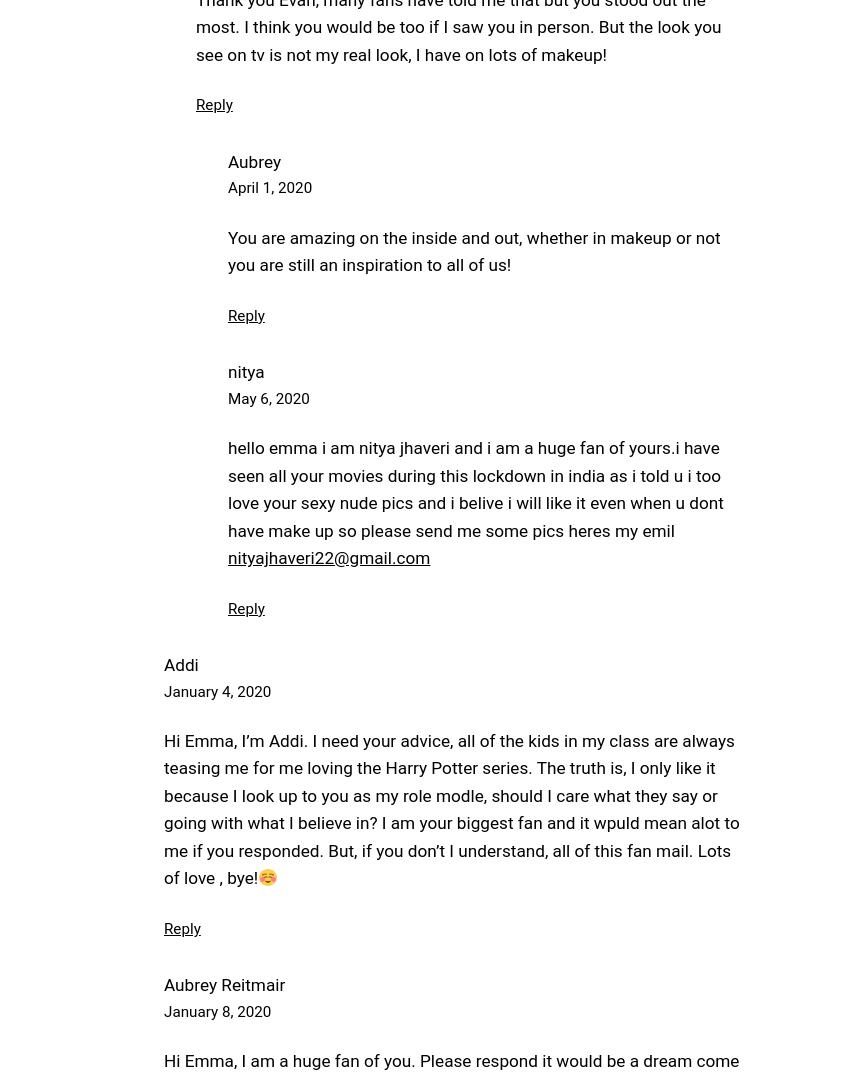 This screenshot has width=850, height=1074. I want to click on 'January 4, 2020', so click(217, 690).